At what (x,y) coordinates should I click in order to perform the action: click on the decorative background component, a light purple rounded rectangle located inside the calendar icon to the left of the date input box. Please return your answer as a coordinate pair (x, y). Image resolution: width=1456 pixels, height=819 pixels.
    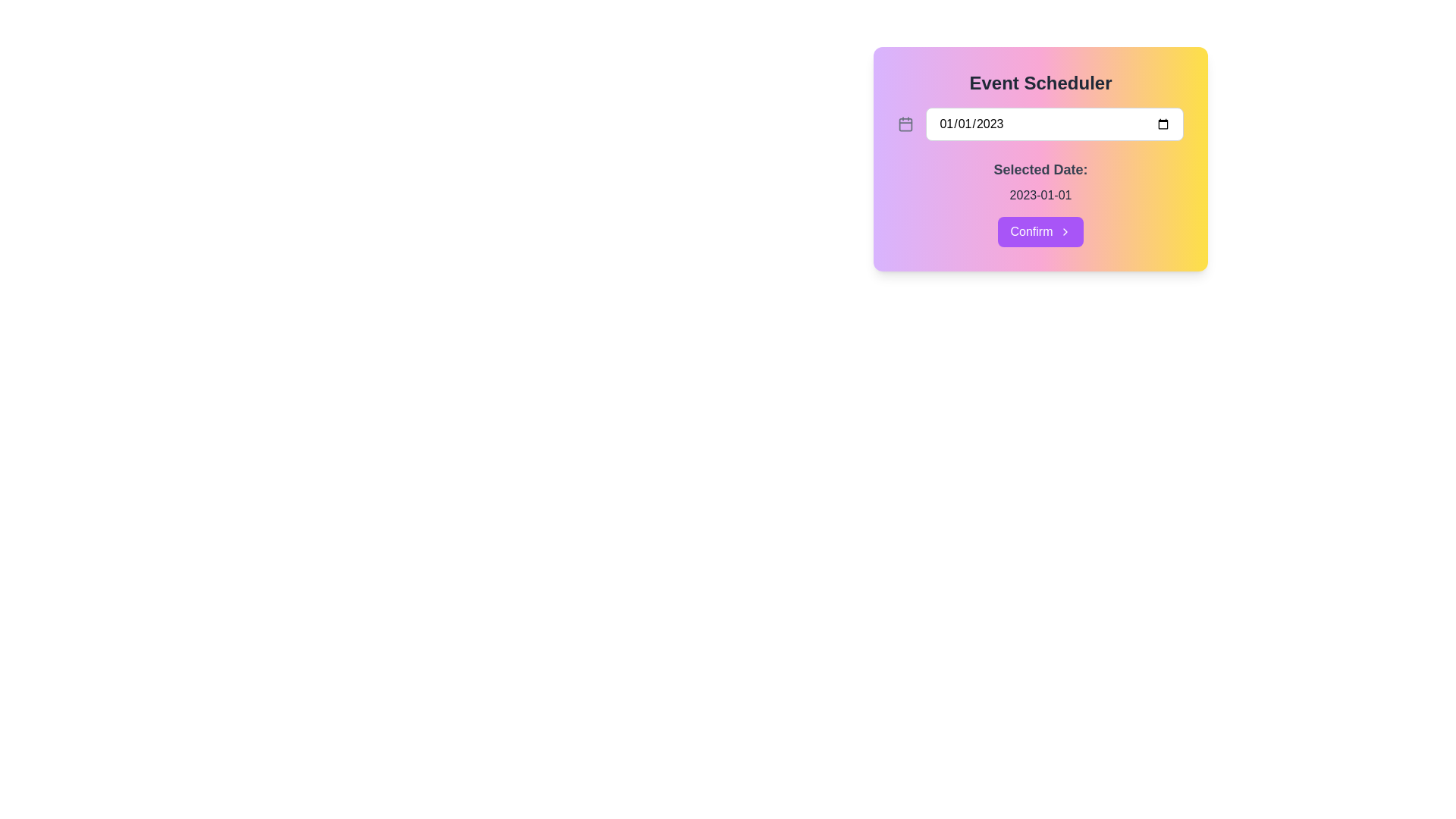
    Looking at the image, I should click on (905, 124).